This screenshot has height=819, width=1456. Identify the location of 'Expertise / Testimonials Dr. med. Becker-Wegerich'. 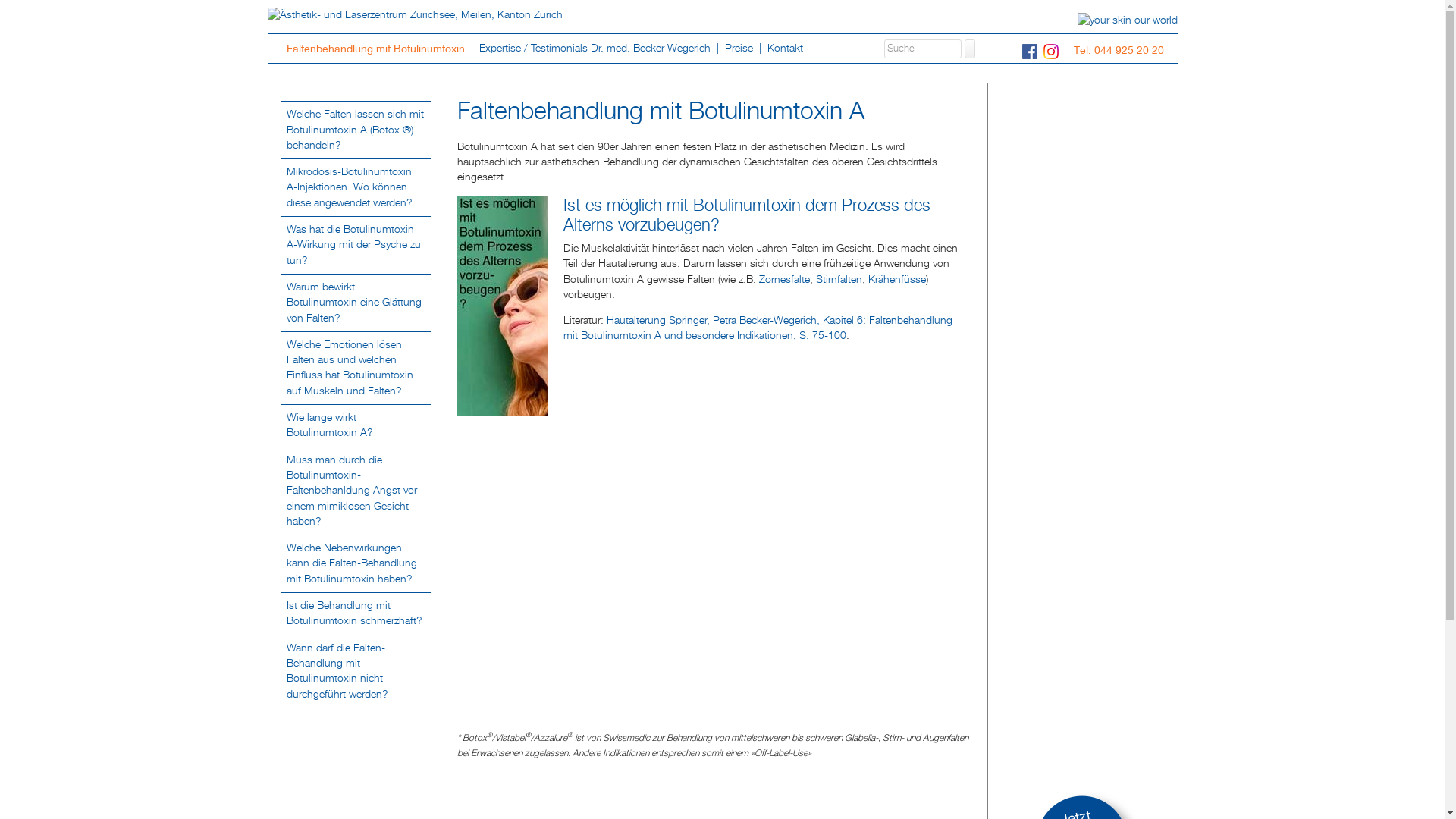
(595, 47).